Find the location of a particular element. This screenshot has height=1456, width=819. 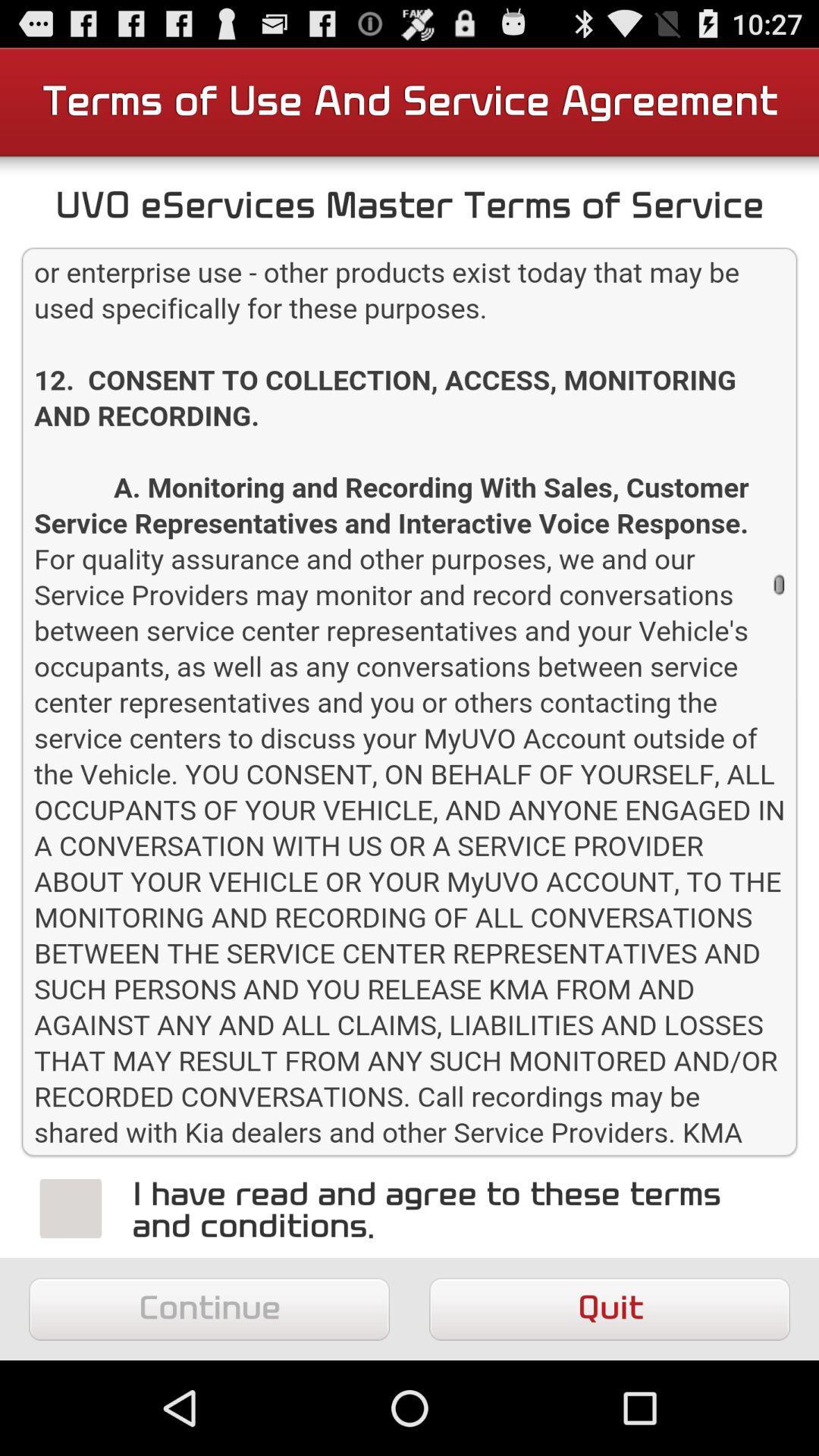

icon button is located at coordinates (71, 1207).